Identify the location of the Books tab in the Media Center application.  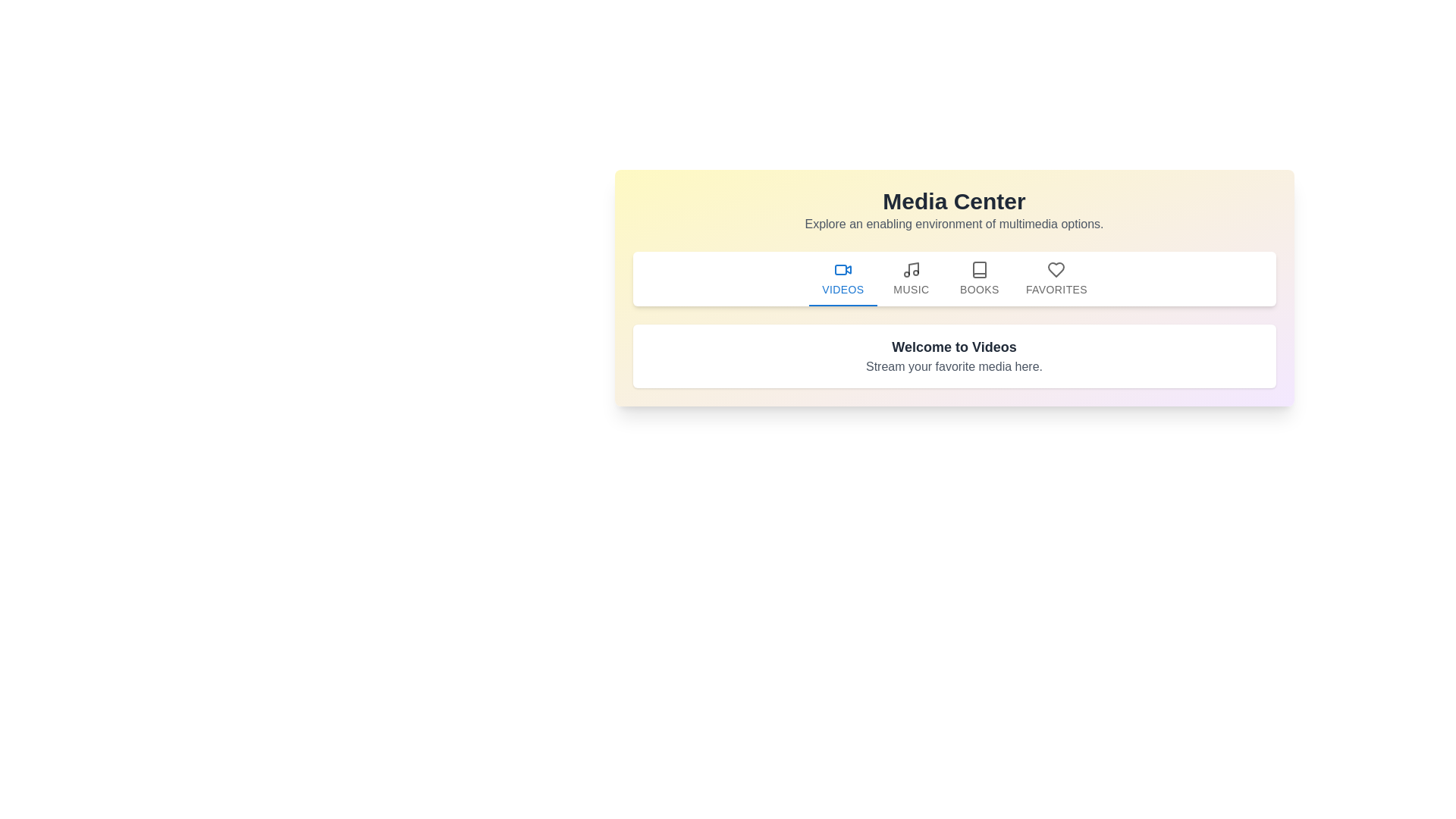
(979, 278).